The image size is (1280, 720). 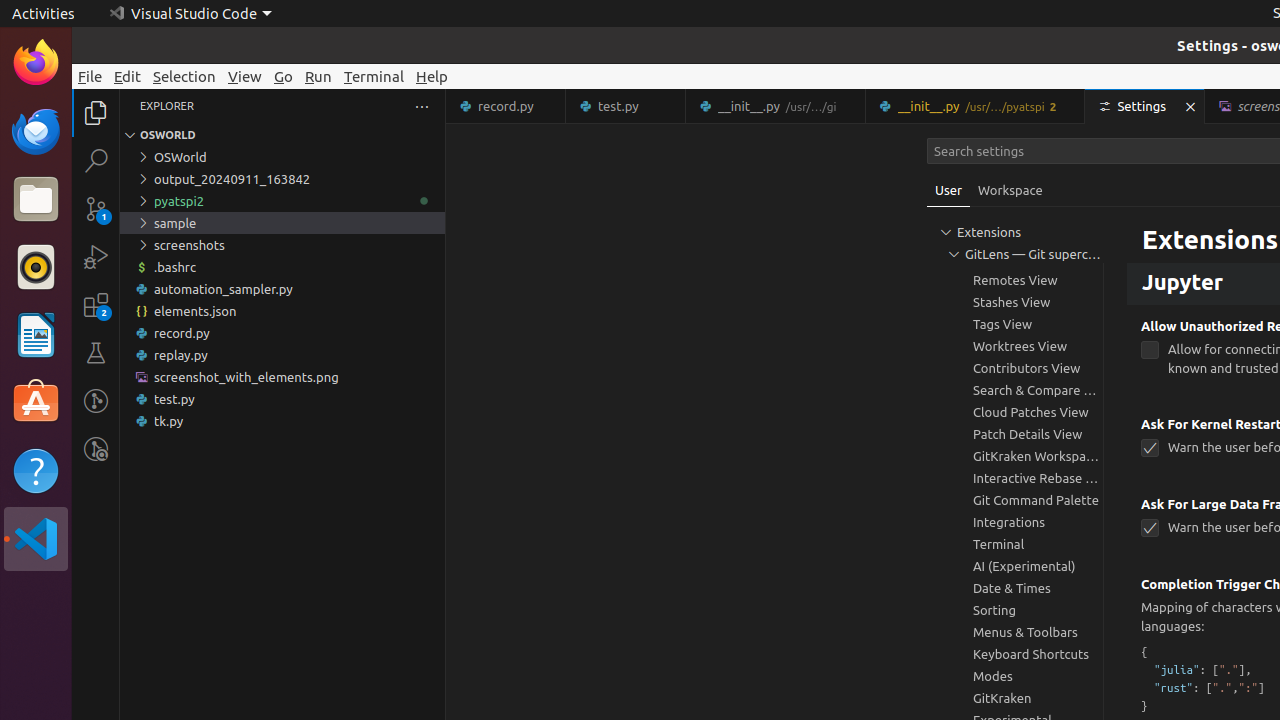 What do you see at coordinates (281, 244) in the screenshot?
I see `'screenshots'` at bounding box center [281, 244].